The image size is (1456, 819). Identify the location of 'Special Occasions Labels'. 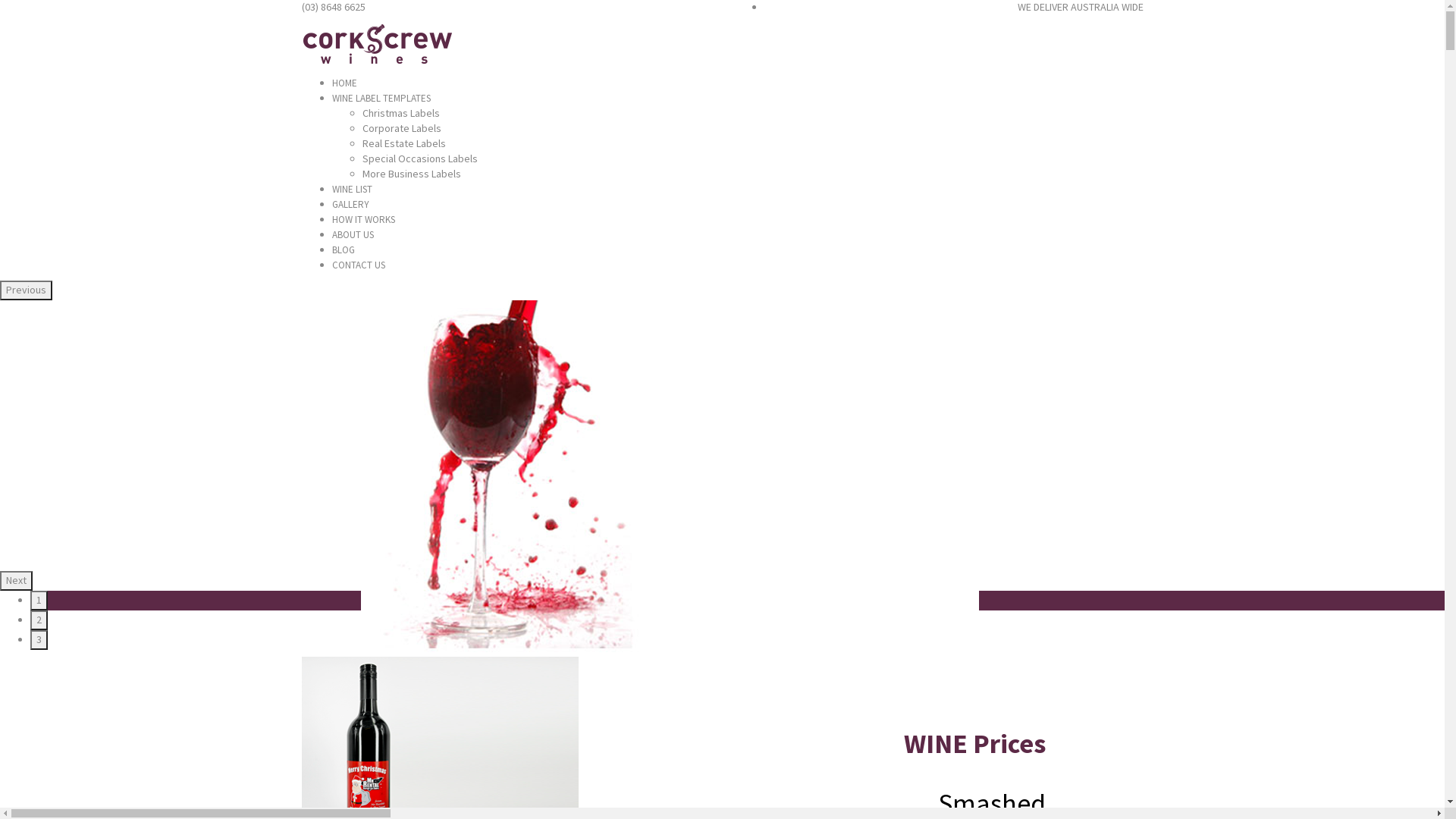
(419, 158).